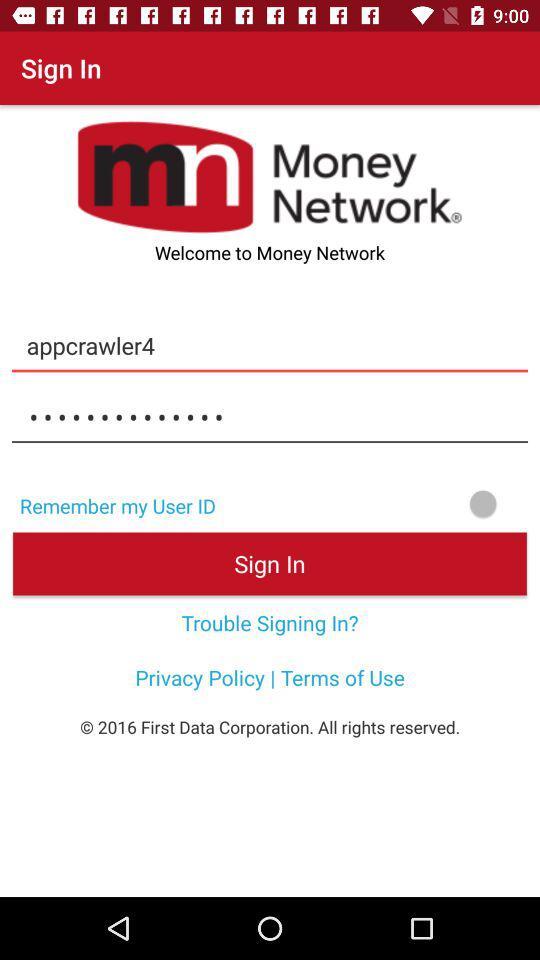 This screenshot has width=540, height=960. I want to click on the icon below appcrawler4 item, so click(270, 416).